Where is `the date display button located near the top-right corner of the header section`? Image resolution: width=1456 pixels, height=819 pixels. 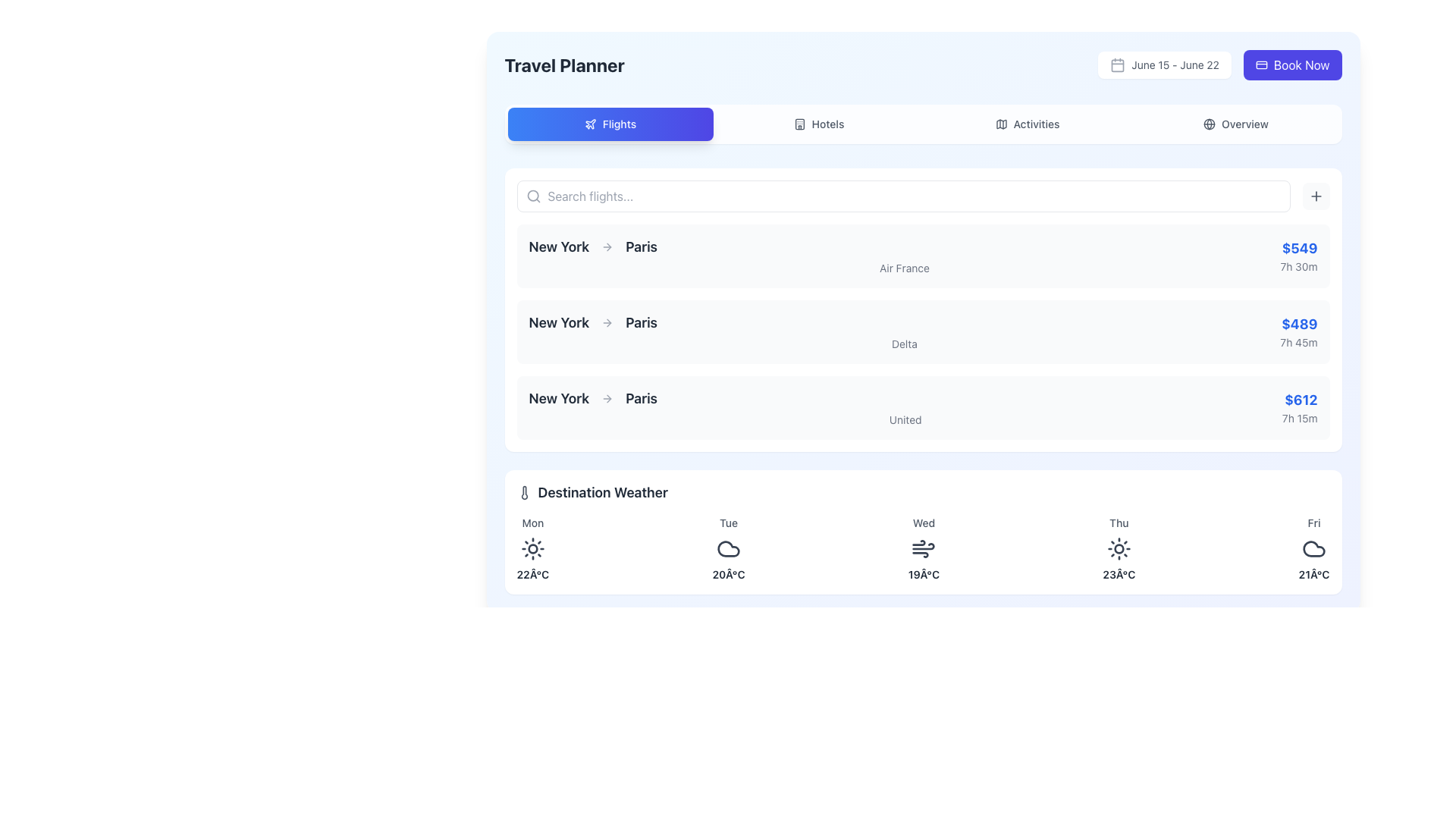 the date display button located near the top-right corner of the header section is located at coordinates (1164, 64).